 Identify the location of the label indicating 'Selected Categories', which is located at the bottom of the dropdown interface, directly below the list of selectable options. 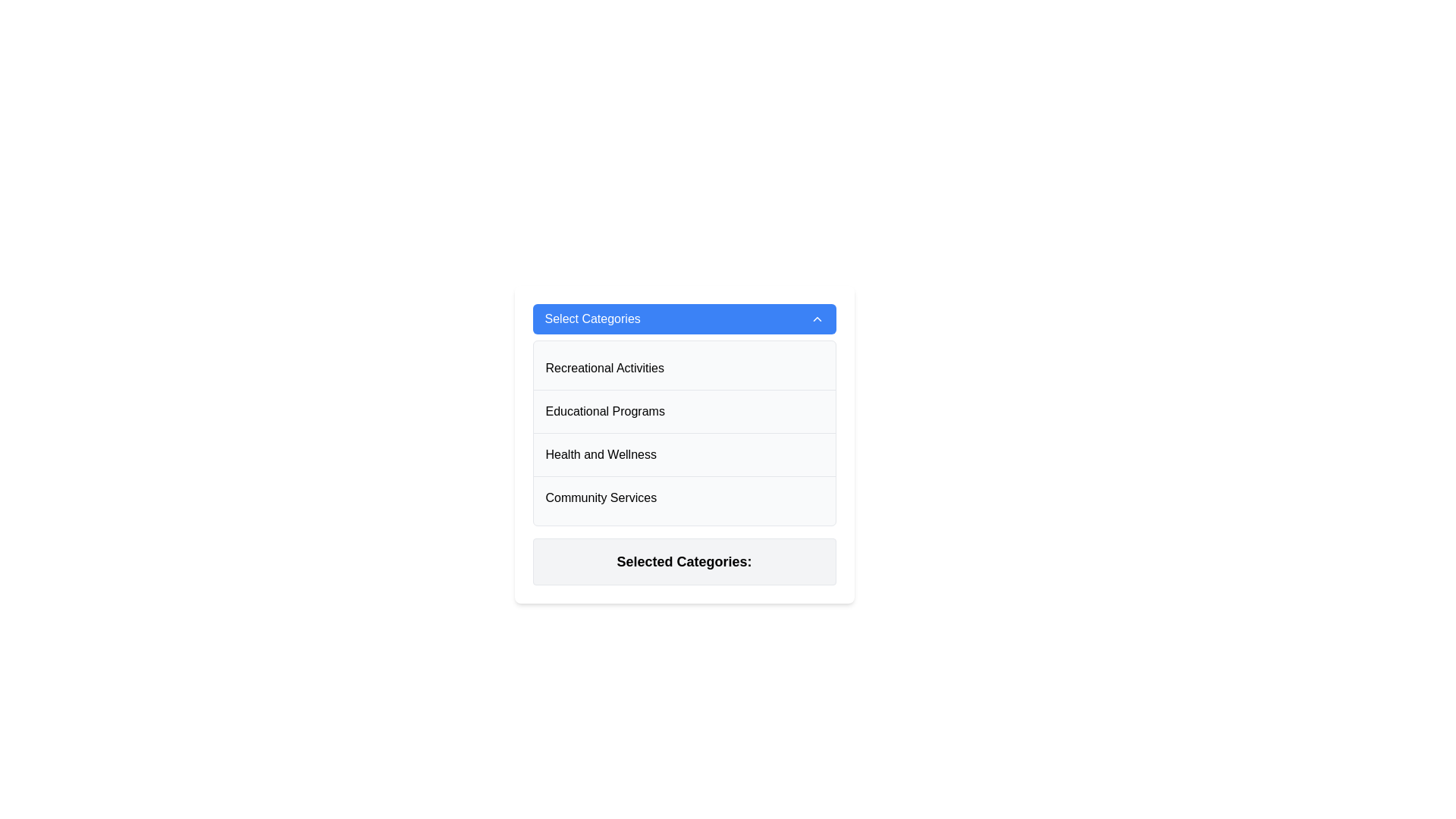
(683, 561).